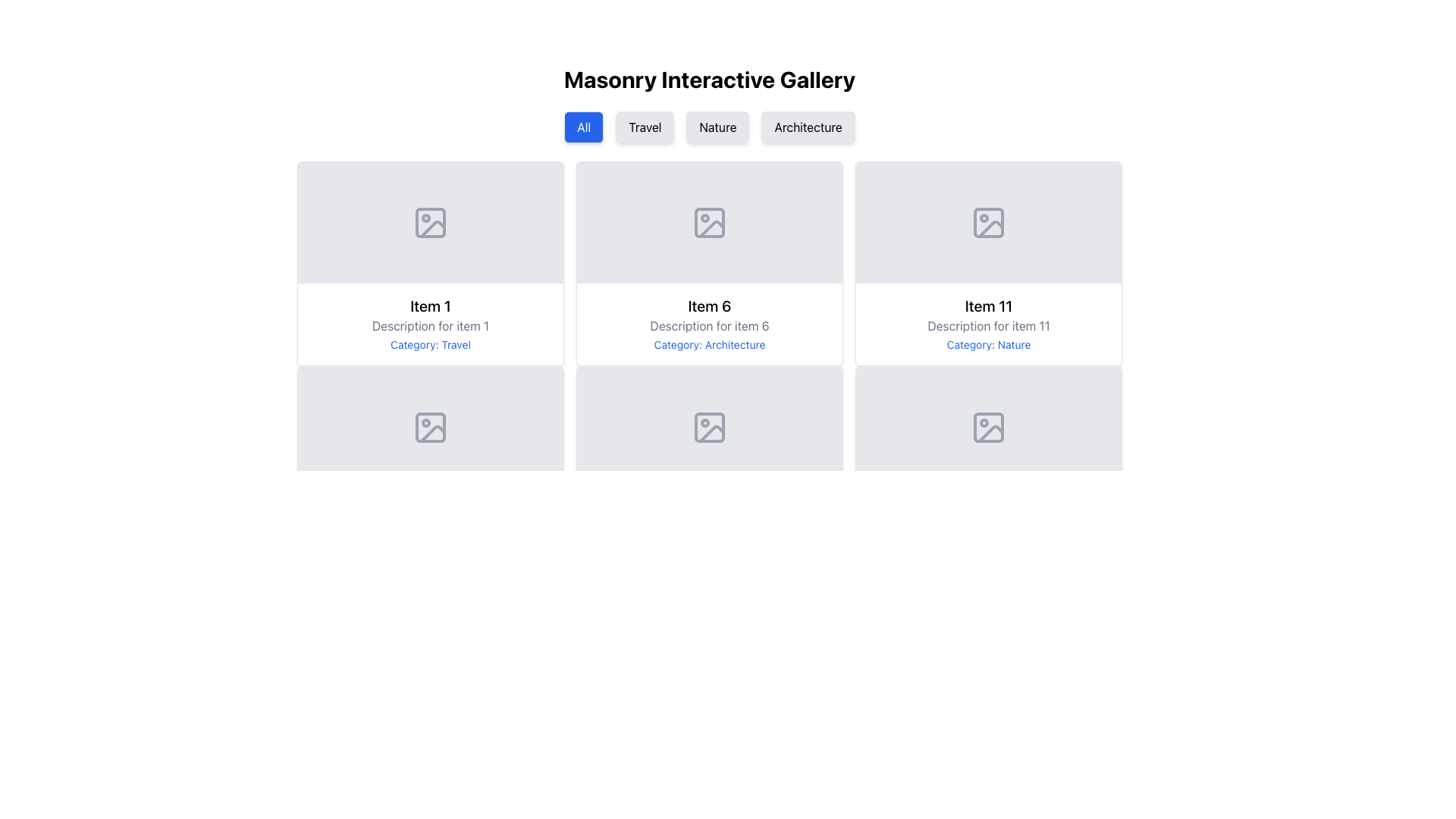 This screenshot has width=1456, height=819. Describe the element at coordinates (429, 222) in the screenshot. I see `the Image placeholder element located at the top section of the card titled 'Item 1', which features a light gray background and an icon resembling an image placeholder` at that location.